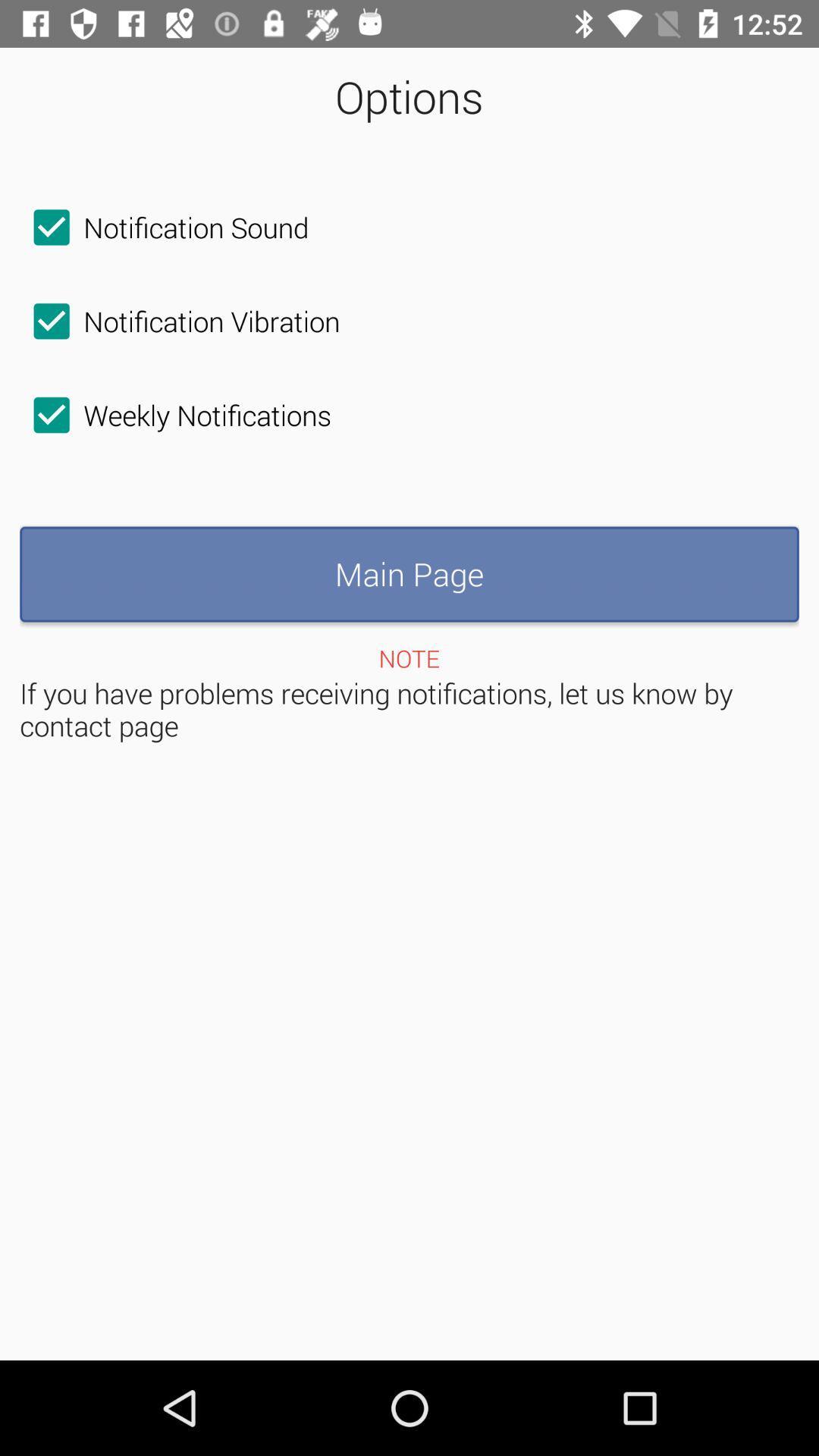 The image size is (819, 1456). What do you see at coordinates (179, 320) in the screenshot?
I see `the checkbox below the notification sound item` at bounding box center [179, 320].